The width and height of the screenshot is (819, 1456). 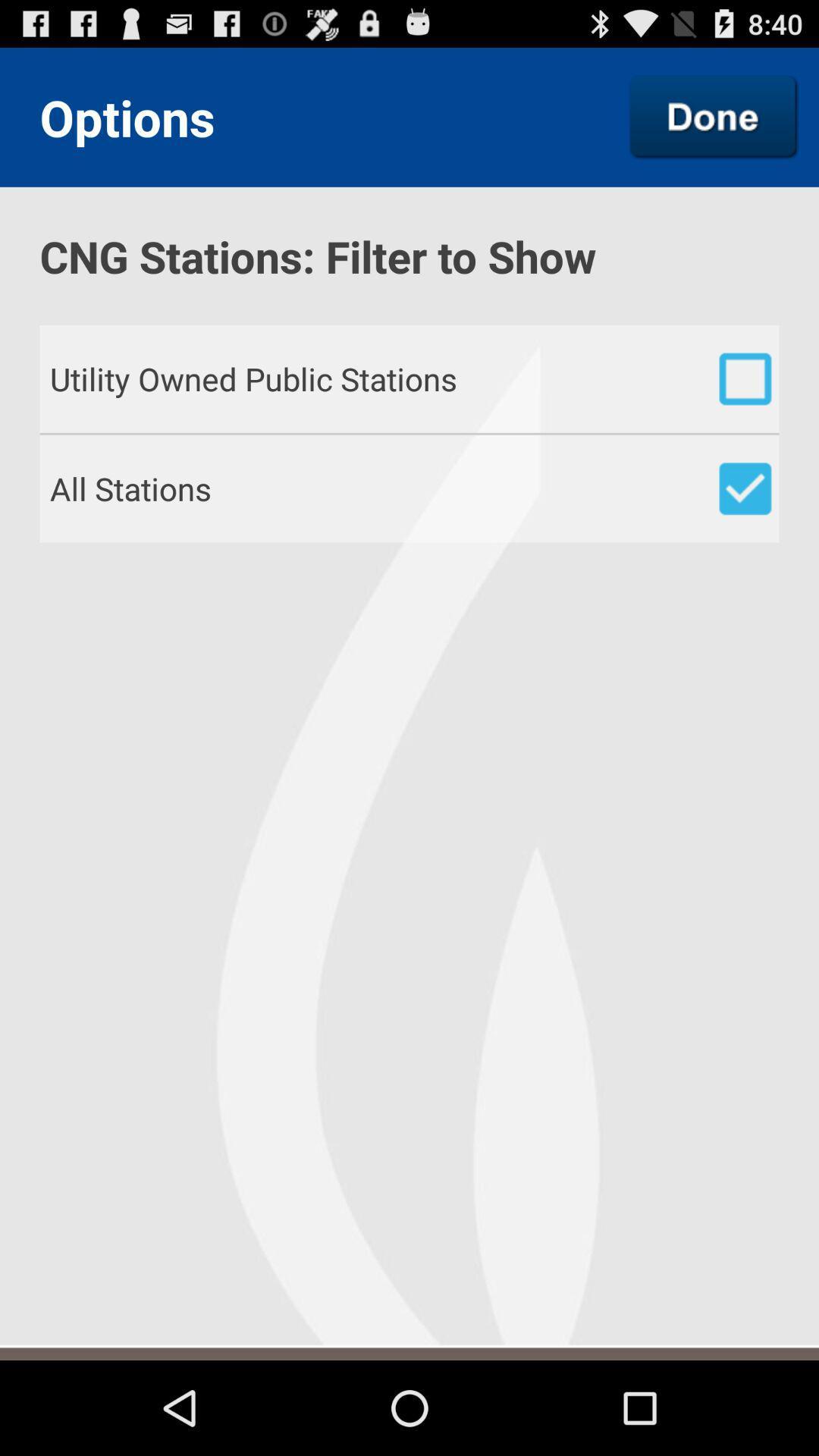 What do you see at coordinates (714, 116) in the screenshot?
I see `the item to the right of the options` at bounding box center [714, 116].